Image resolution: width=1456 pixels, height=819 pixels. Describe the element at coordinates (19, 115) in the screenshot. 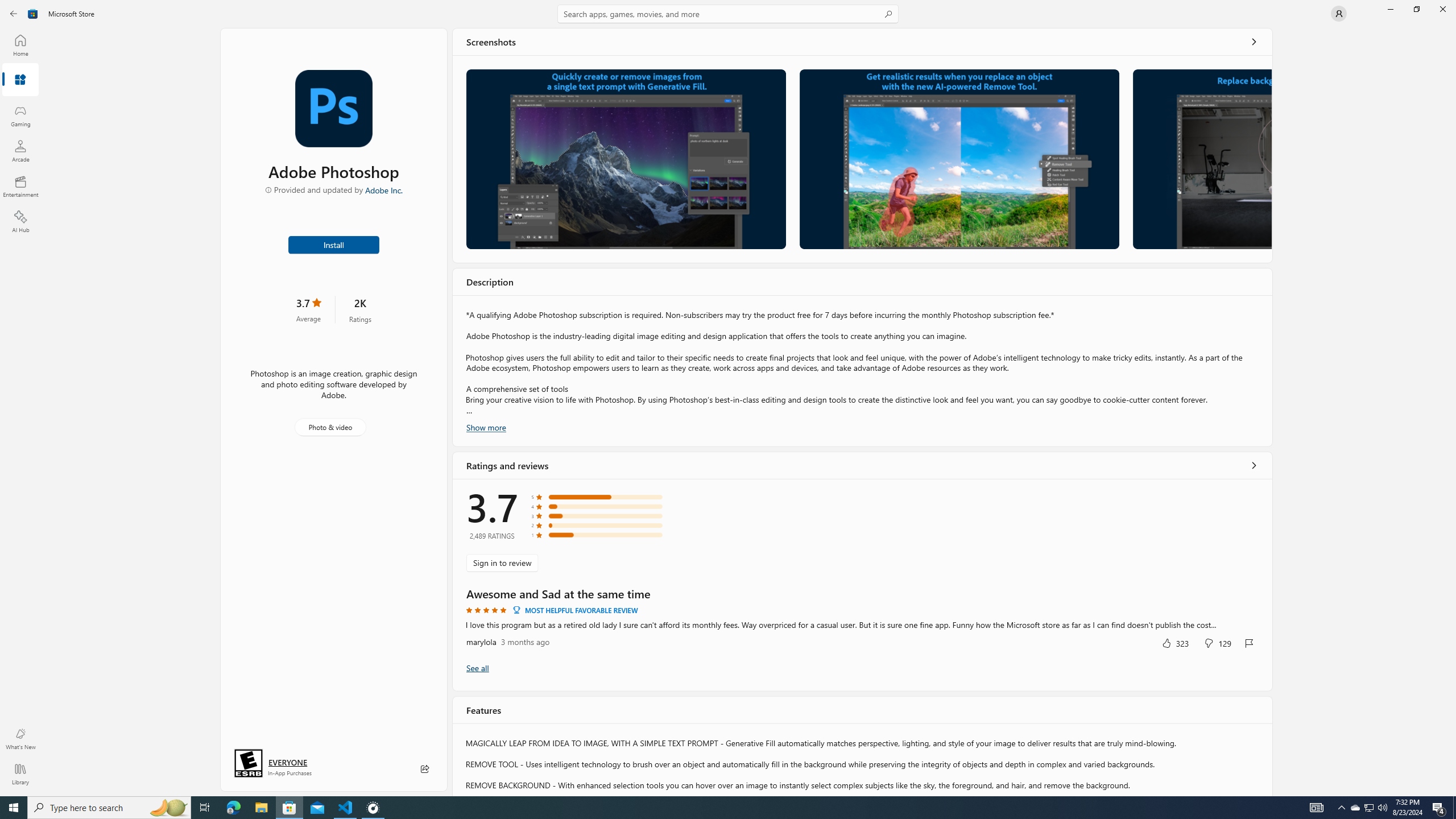

I see `'Gaming'` at that location.